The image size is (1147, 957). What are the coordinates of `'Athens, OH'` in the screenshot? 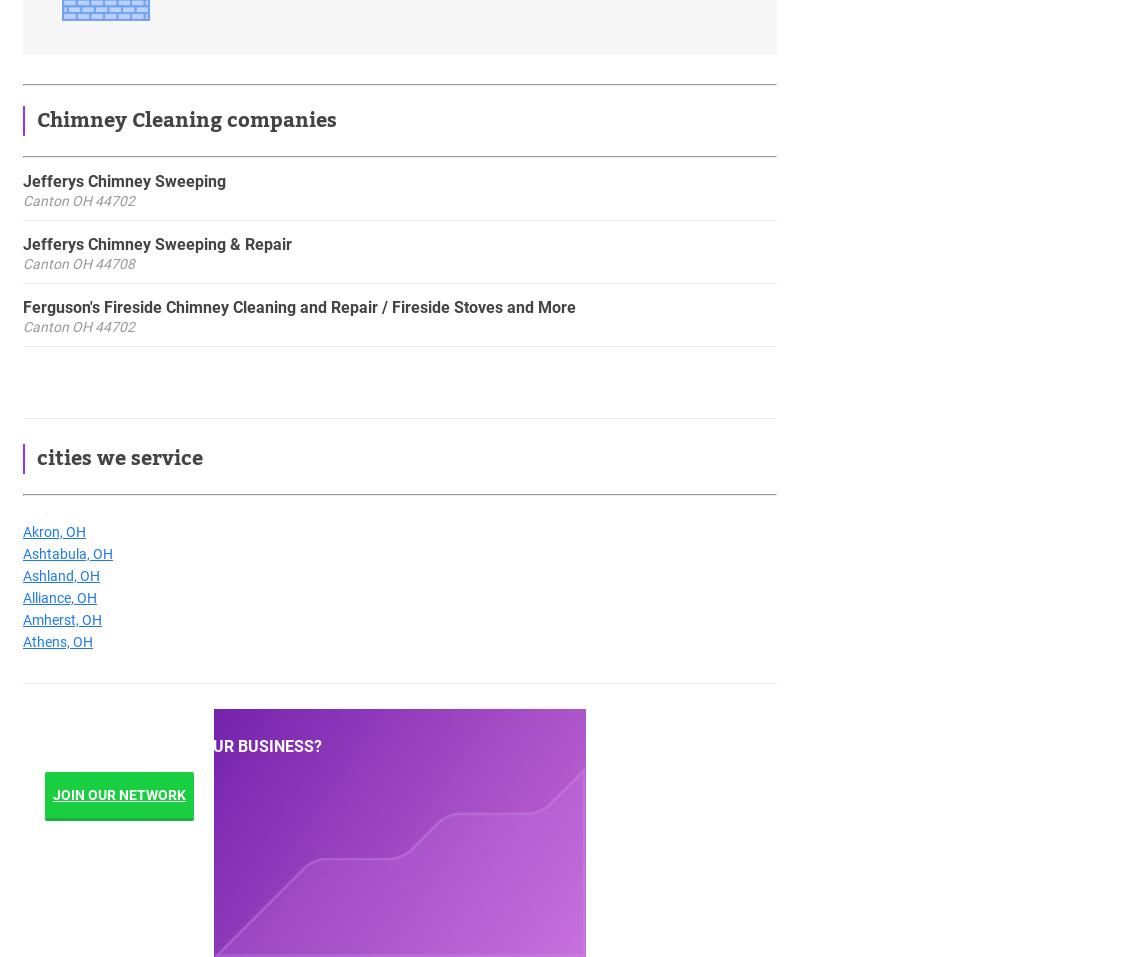 It's located at (23, 639).